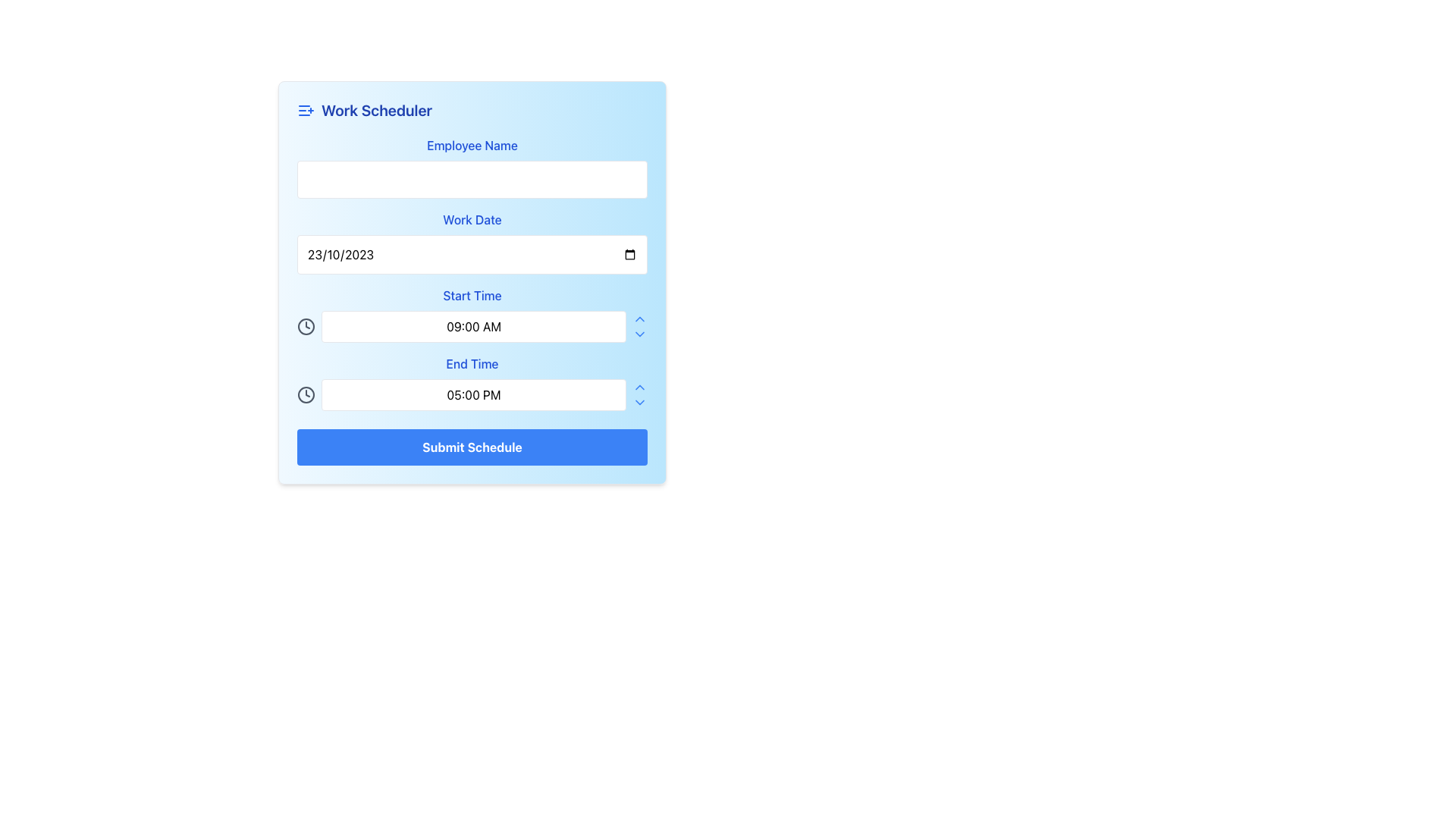 The height and width of the screenshot is (819, 1456). Describe the element at coordinates (472, 382) in the screenshot. I see `the Time Input Field` at that location.